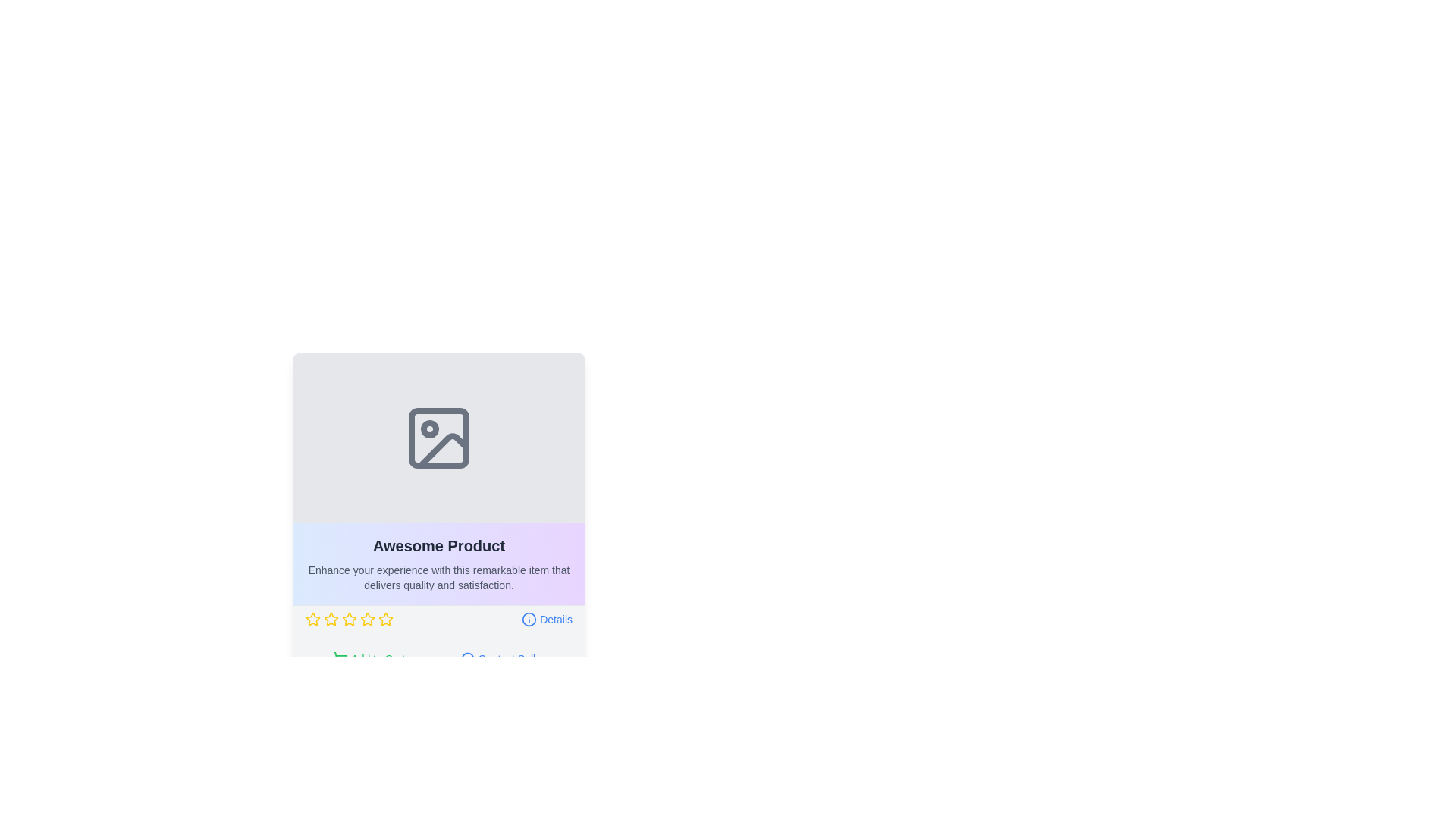 The width and height of the screenshot is (1456, 819). What do you see at coordinates (438, 578) in the screenshot?
I see `informational text block located below the title 'Awesome Product', which is a non-interactive element providing details about the product` at bounding box center [438, 578].